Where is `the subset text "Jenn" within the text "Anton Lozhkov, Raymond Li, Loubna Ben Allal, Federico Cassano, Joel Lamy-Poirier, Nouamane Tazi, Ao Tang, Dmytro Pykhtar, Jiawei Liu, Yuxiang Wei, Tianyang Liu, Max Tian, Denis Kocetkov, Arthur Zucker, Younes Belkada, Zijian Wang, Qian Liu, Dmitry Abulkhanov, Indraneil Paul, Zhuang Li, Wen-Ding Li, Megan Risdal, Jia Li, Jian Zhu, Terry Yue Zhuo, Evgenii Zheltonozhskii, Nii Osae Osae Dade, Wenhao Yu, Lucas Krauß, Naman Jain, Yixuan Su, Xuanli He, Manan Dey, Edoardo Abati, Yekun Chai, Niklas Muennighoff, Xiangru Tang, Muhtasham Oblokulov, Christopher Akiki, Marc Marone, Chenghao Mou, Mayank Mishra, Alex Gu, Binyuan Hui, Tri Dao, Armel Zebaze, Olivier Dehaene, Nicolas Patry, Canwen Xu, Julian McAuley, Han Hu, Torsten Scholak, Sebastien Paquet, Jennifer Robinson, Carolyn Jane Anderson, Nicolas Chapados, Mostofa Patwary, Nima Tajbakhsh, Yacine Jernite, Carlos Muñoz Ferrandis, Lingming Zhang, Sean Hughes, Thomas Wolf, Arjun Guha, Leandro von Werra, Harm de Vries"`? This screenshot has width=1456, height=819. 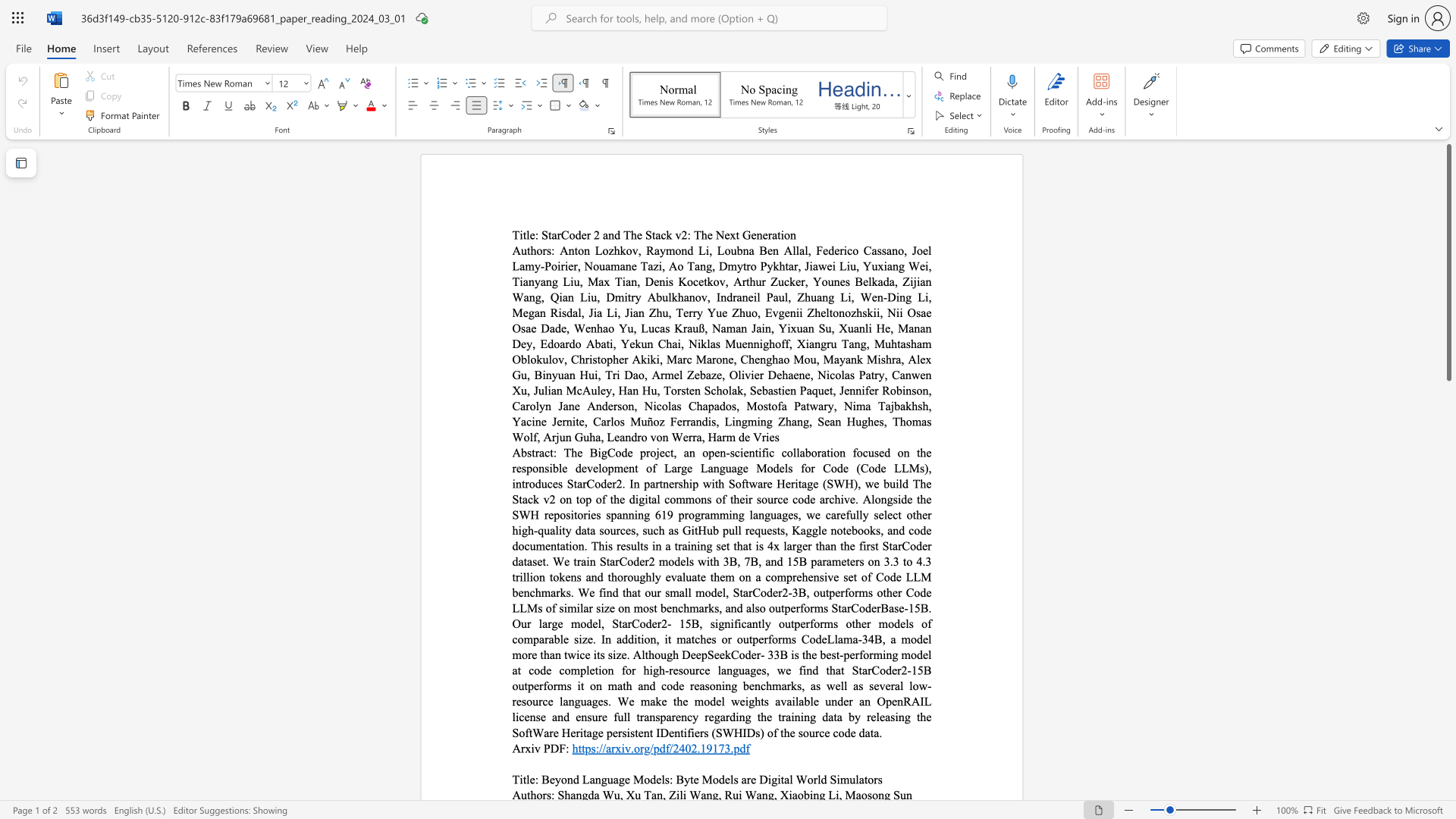
the subset text "Jenn" within the text "Anton Lozhkov, Raymond Li, Loubna Ben Allal, Federico Cassano, Joel Lamy-Poirier, Nouamane Tazi, Ao Tang, Dmytro Pykhtar, Jiawei Liu, Yuxiang Wei, Tianyang Liu, Max Tian, Denis Kocetkov, Arthur Zucker, Younes Belkada, Zijian Wang, Qian Liu, Dmitry Abulkhanov, Indraneil Paul, Zhuang Li, Wen-Ding Li, Megan Risdal, Jia Li, Jian Zhu, Terry Yue Zhuo, Evgenii Zheltonozhskii, Nii Osae Osae Dade, Wenhao Yu, Lucas Krauß, Naman Jain, Yixuan Su, Xuanli He, Manan Dey, Edoardo Abati, Yekun Chai, Niklas Muennighoff, Xiangru Tang, Muhtasham Oblokulov, Christopher Akiki, Marc Marone, Chenghao Mou, Mayank Mishra, Alex Gu, Binyuan Hui, Tri Dao, Armel Zebaze, Olivier Dehaene, Nicolas Patry, Canwen Xu, Julian McAuley, Han Hu, Torsten Scholak, Sebastien Paquet, Jennifer Robinson, Carolyn Jane Anderson, Nicolas Chapados, Mostofa Patwary, Nima Tajbakhsh, Yacine Jernite, Carlos Muñoz Ferrandis, Lingming Zhang, Sean Hughes, Thomas Wolf, Arjun Guha, Leandro von Werra, Harm de Vries" is located at coordinates (839, 390).